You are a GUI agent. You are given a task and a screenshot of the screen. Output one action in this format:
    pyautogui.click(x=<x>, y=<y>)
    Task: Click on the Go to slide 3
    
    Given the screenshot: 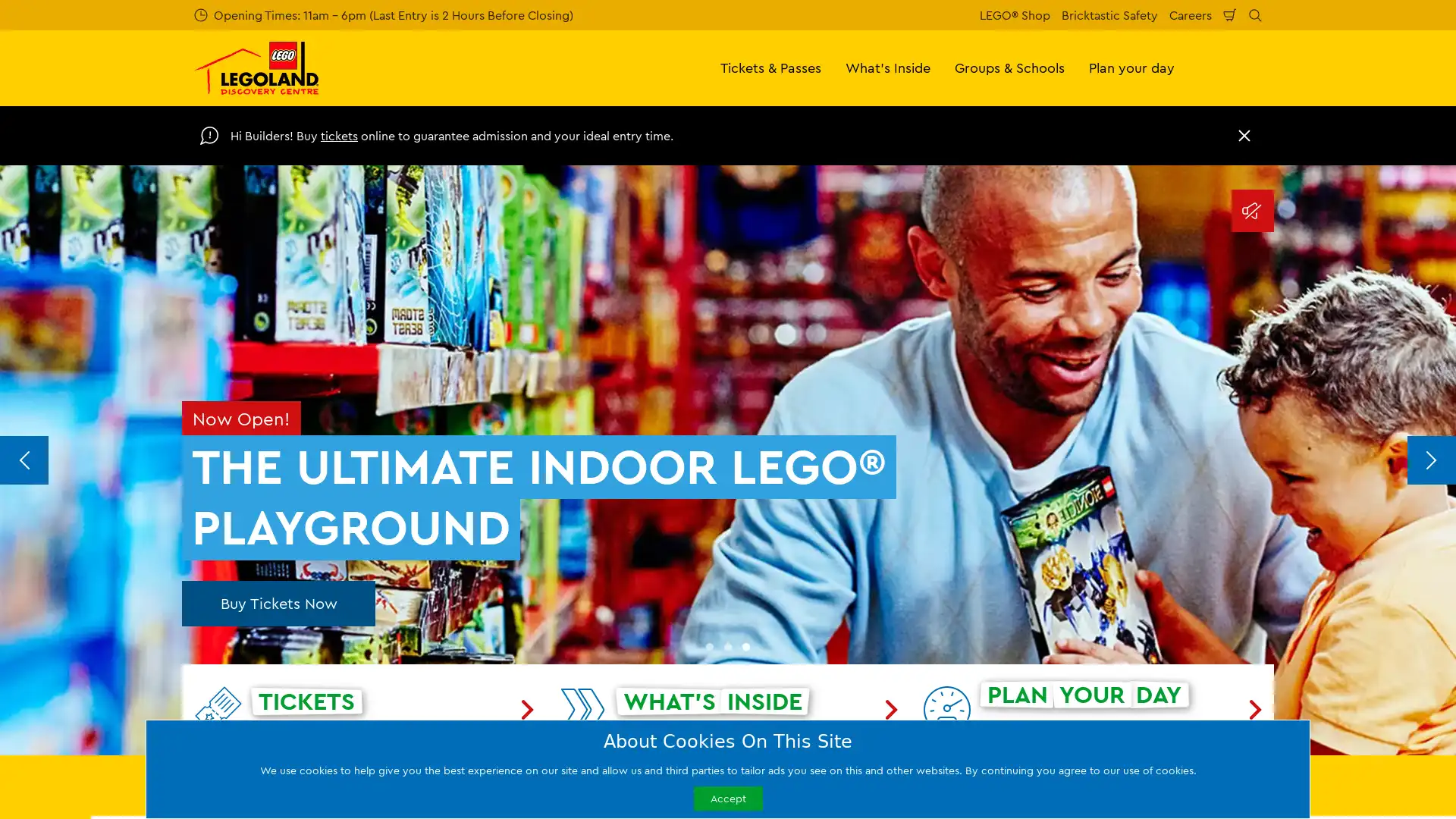 What is the action you would take?
    pyautogui.click(x=745, y=646)
    